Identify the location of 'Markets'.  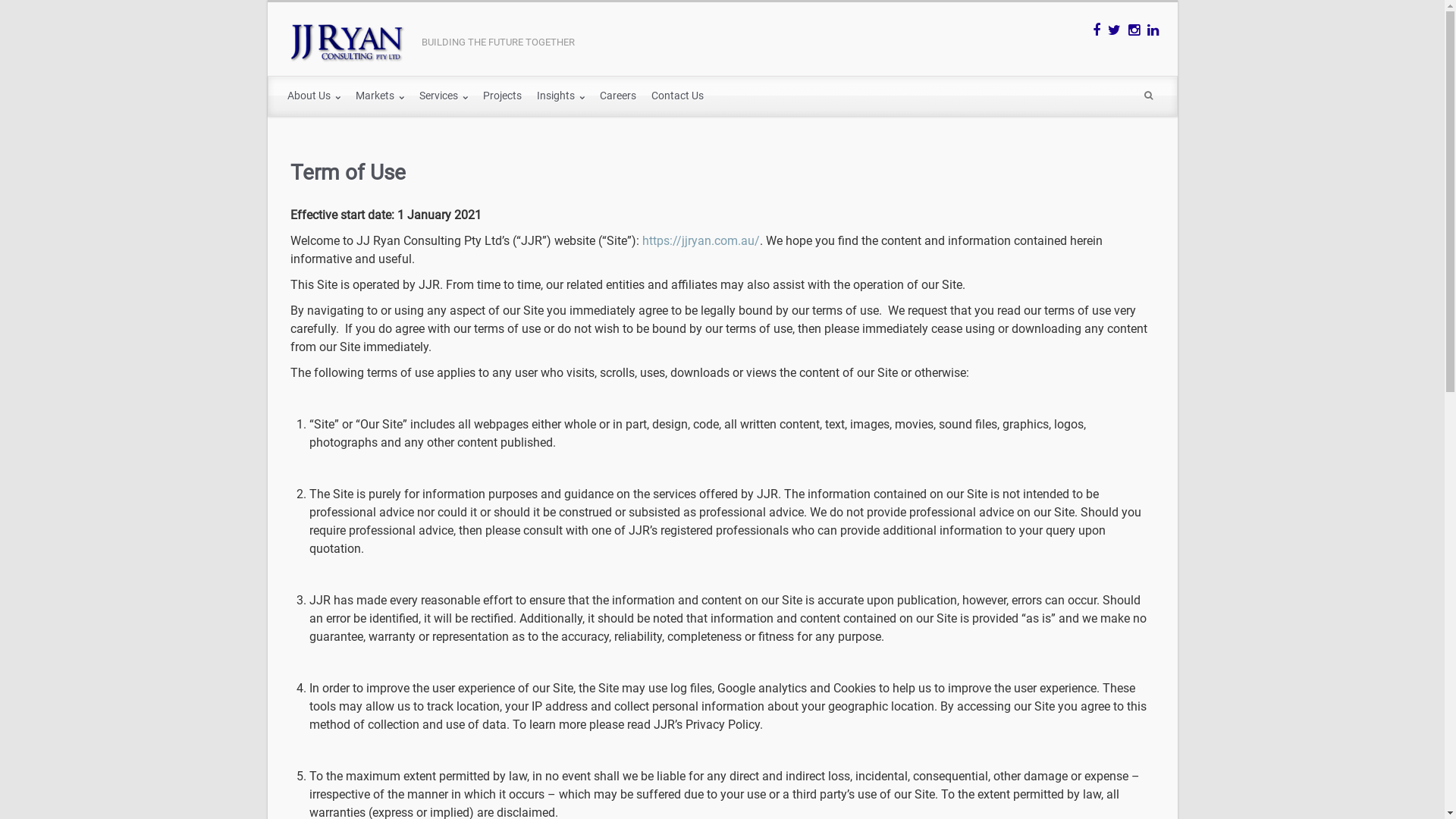
(378, 96).